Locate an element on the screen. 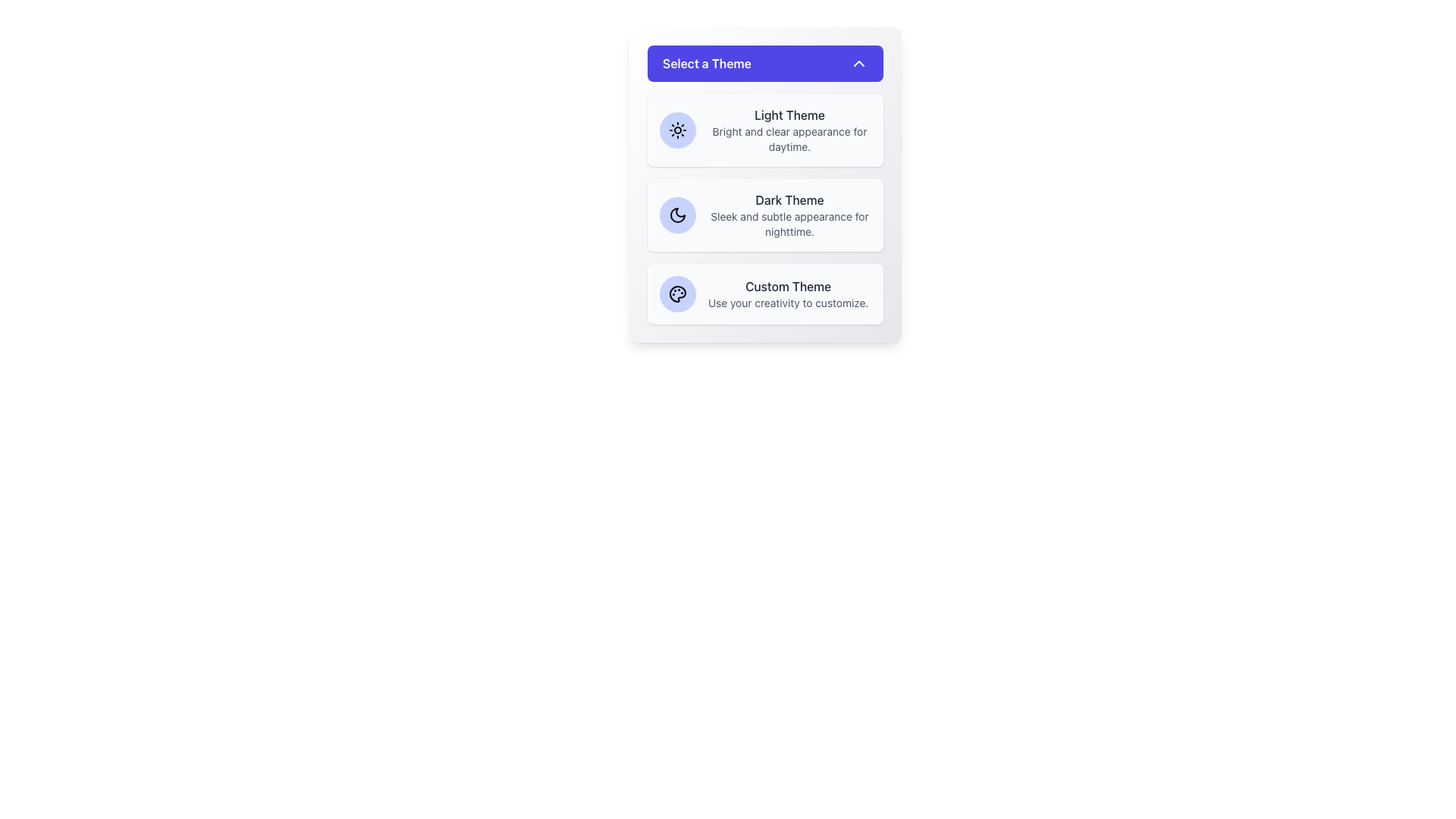 The image size is (1456, 819). the decorative icon representing the 'Dark Theme' option, located to the left of the text 'Dark Theme' in the three-option list is located at coordinates (676, 215).